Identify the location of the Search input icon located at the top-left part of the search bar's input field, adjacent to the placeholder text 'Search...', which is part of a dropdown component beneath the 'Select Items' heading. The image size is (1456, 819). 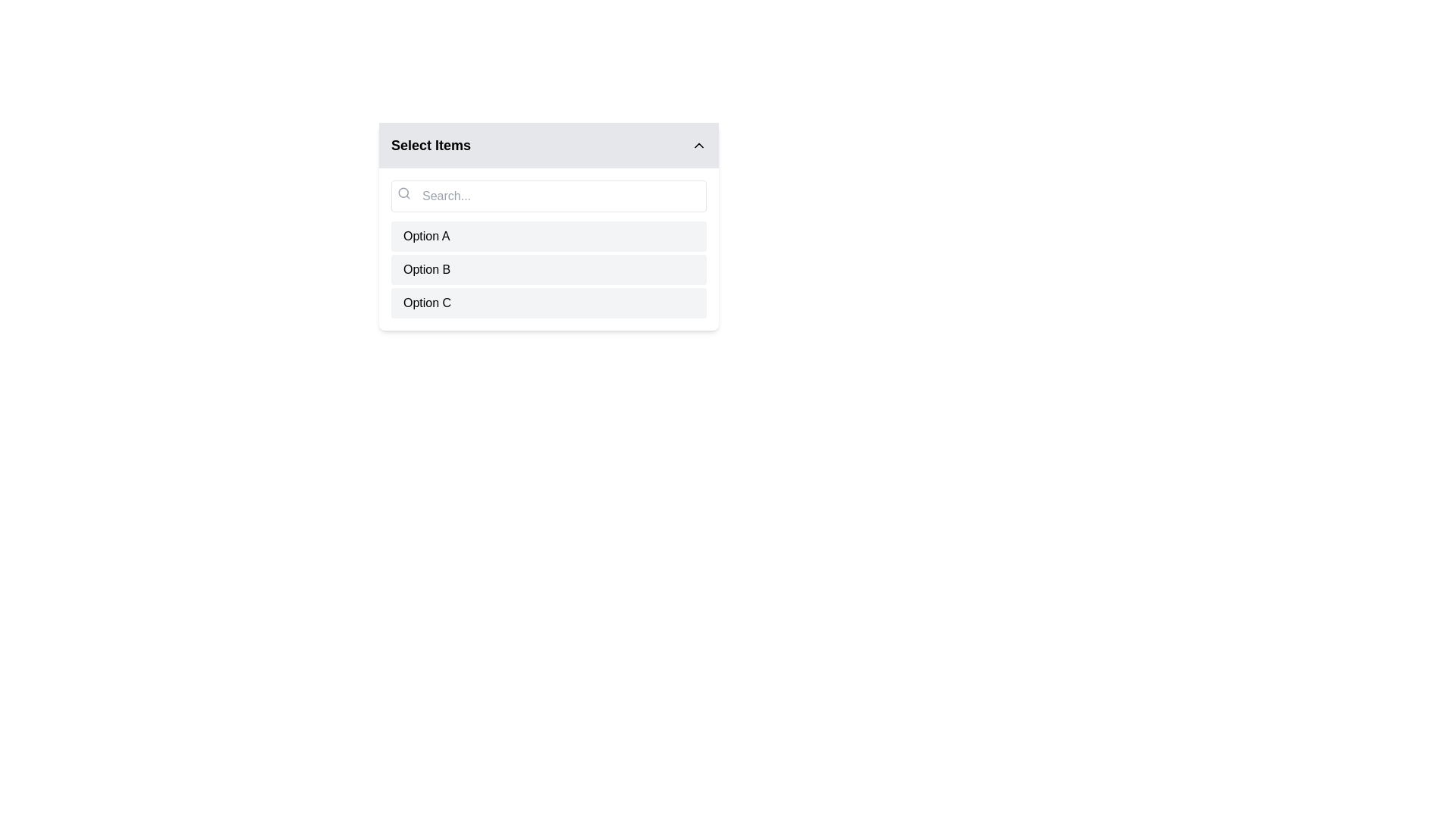
(403, 192).